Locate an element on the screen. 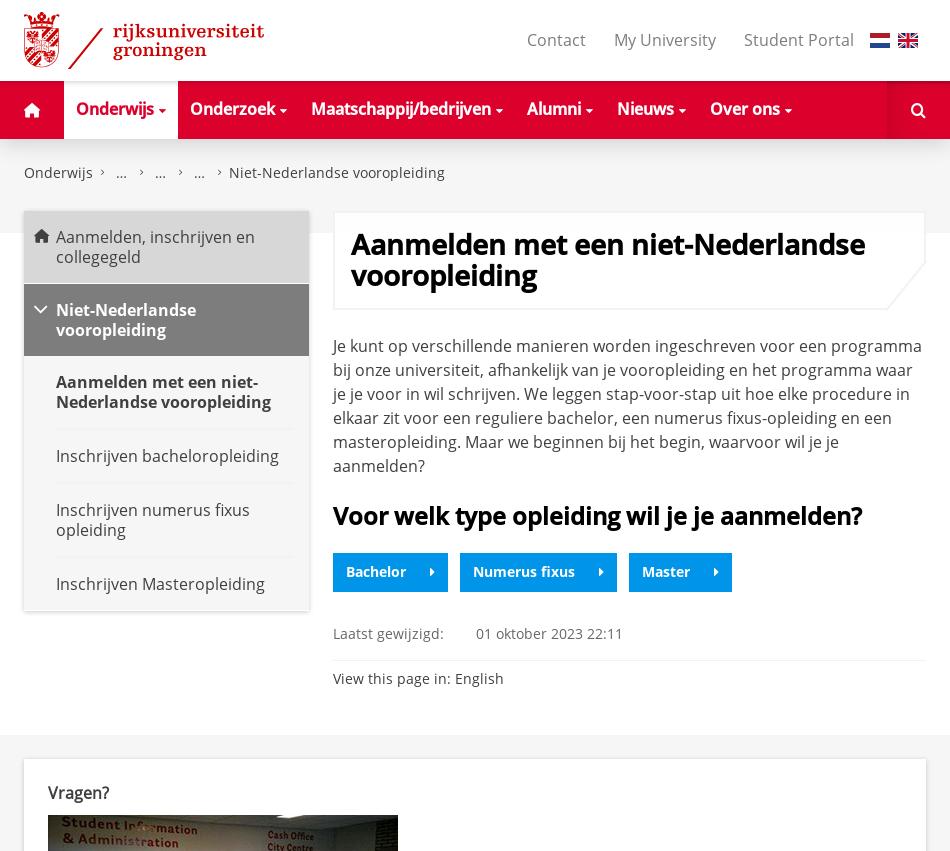 The image size is (950, 851). 'Over ons' is located at coordinates (743, 106).